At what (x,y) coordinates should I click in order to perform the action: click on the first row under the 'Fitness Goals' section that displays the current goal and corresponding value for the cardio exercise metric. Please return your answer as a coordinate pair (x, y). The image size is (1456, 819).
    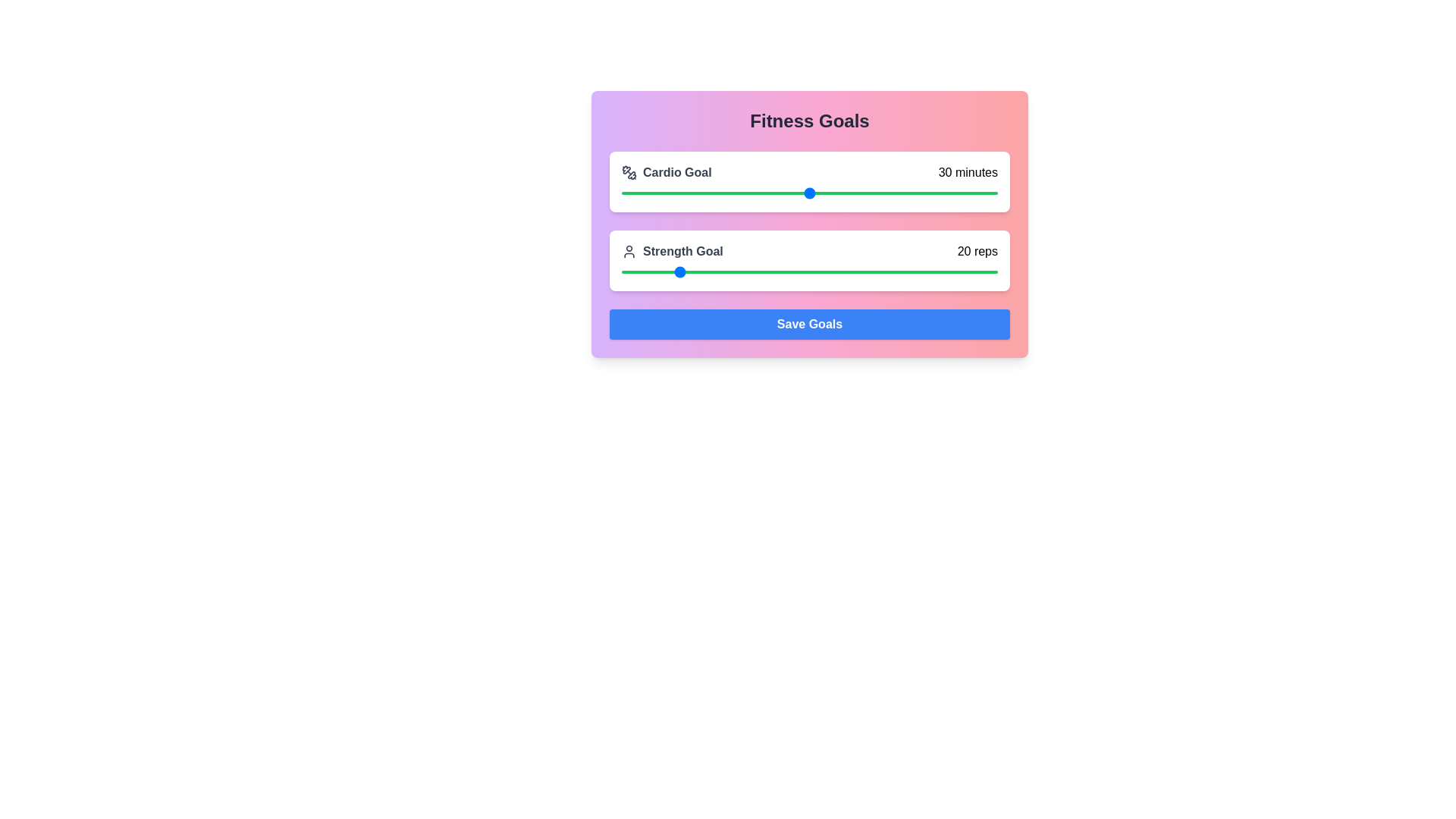
    Looking at the image, I should click on (809, 171).